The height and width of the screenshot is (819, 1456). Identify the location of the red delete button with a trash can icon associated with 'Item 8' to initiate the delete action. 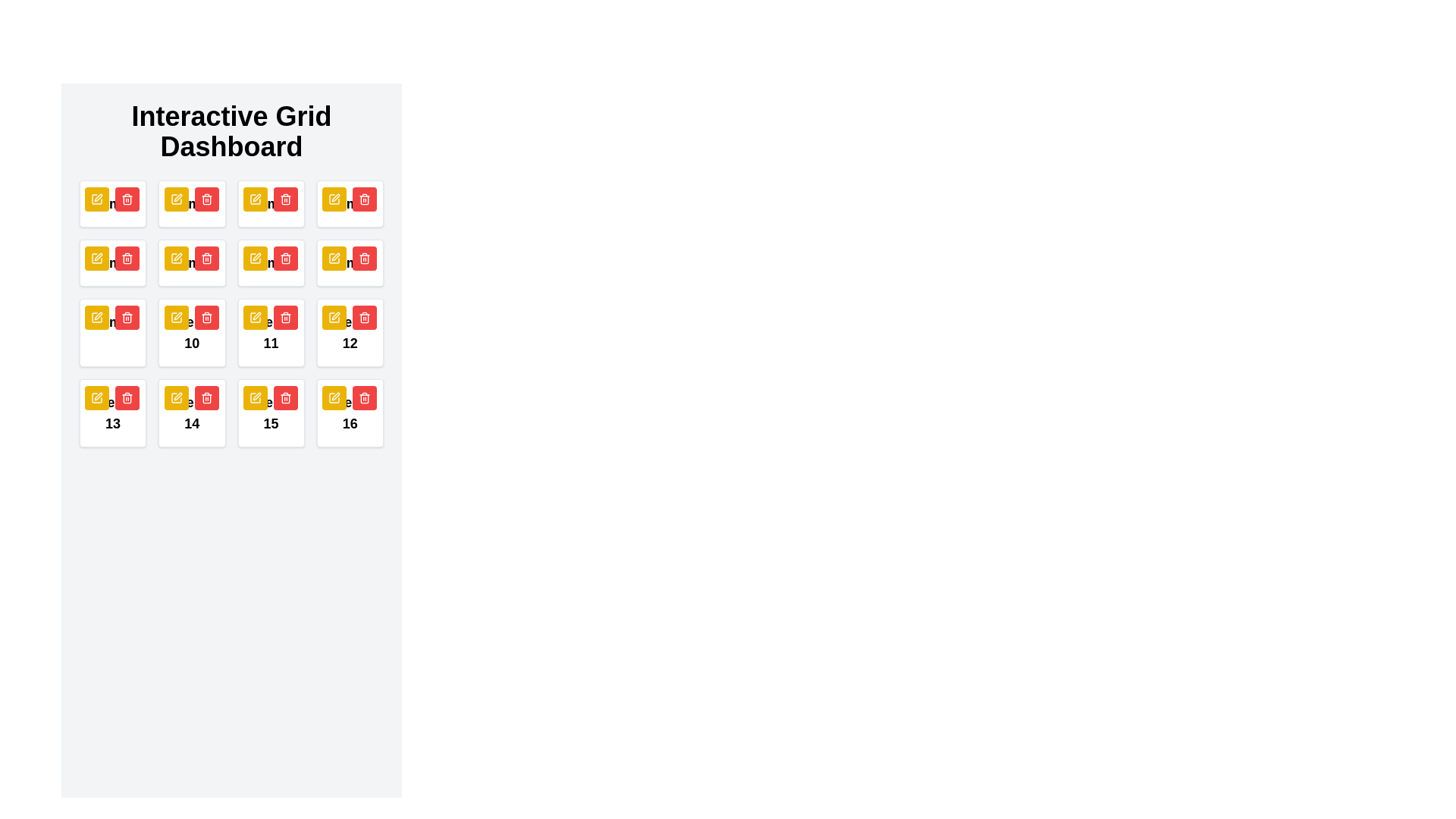
(349, 262).